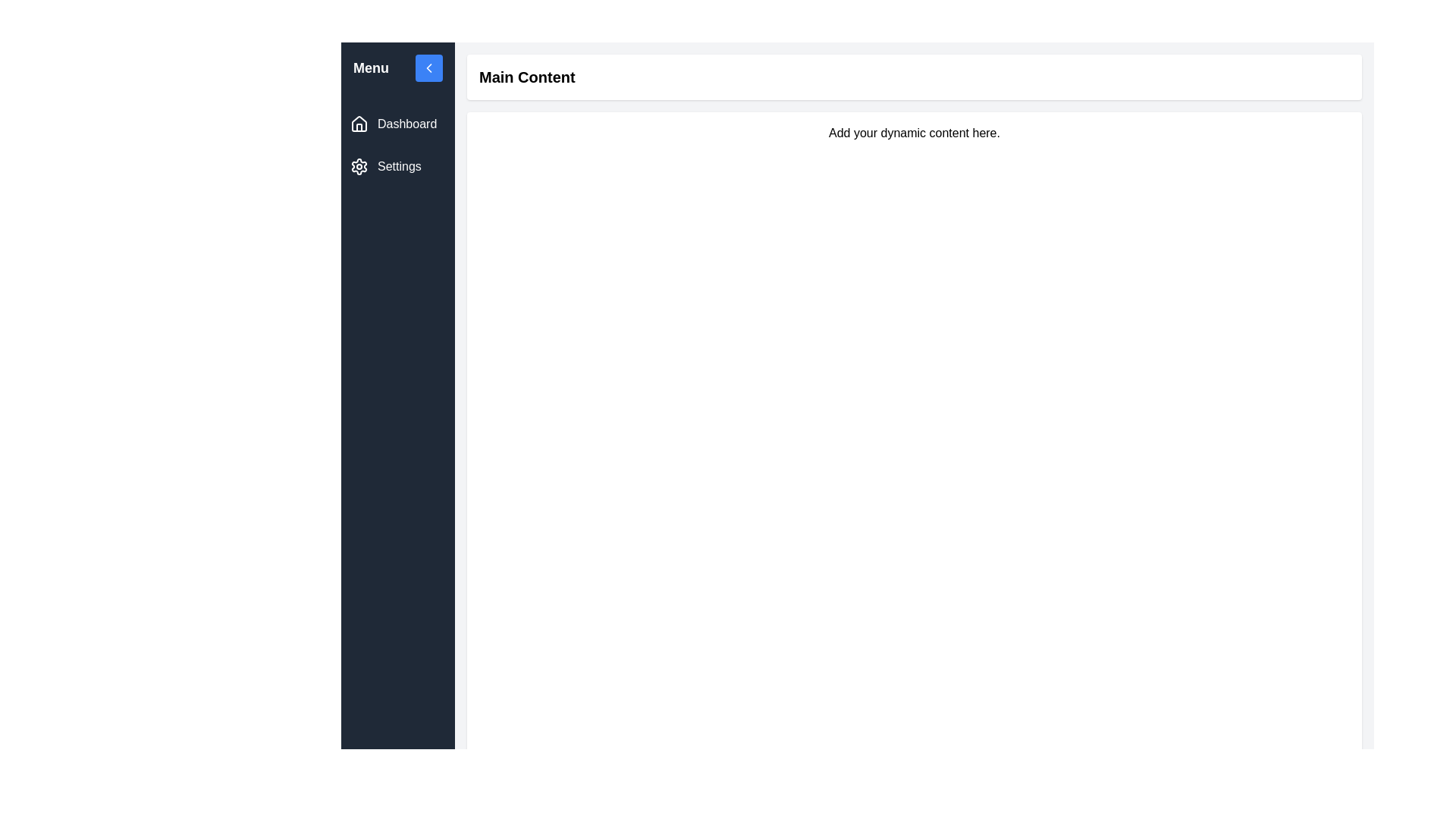  Describe the element at coordinates (359, 166) in the screenshot. I see `the cogwheel icon in the sidebar menu` at that location.